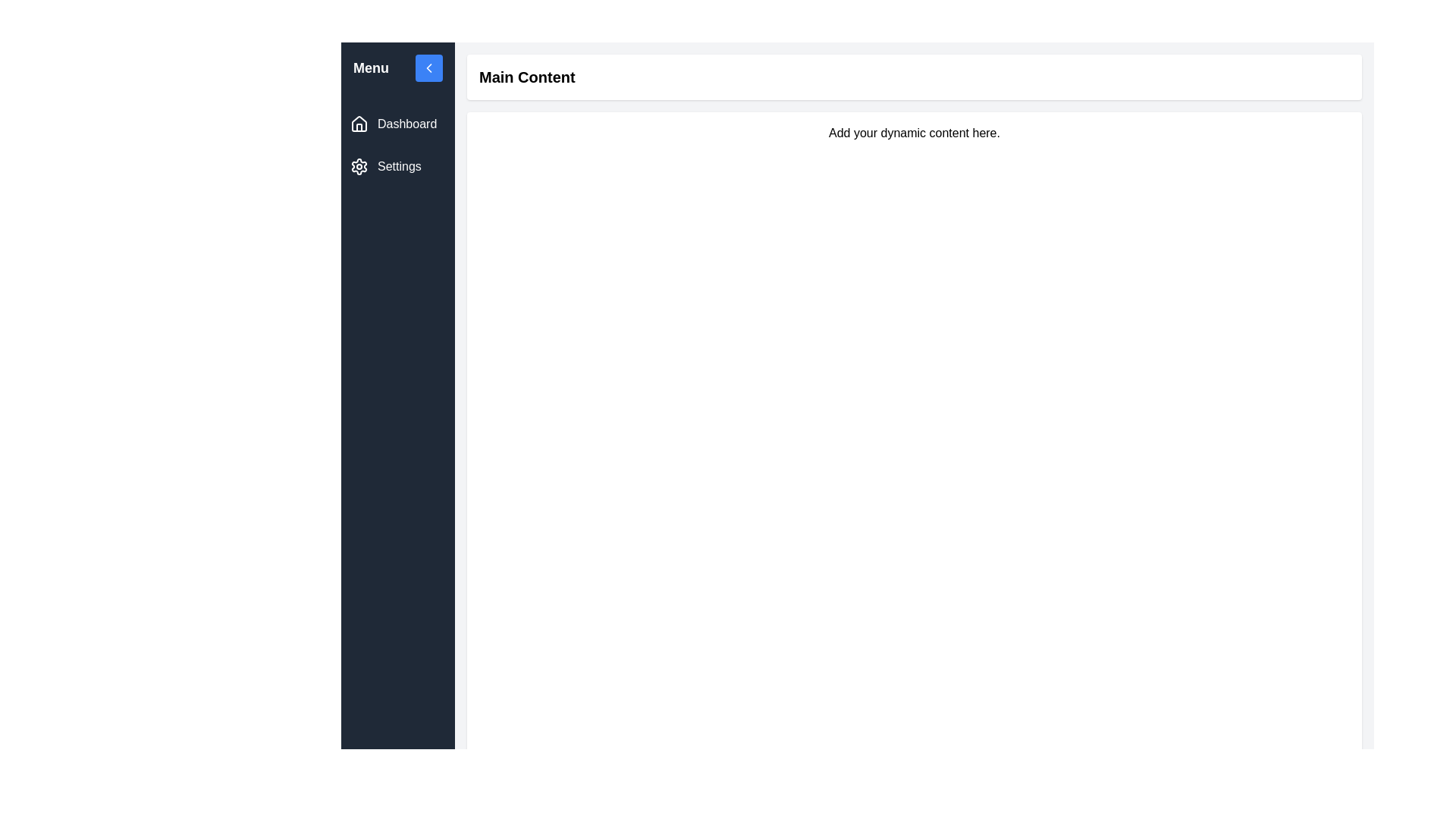  Describe the element at coordinates (359, 166) in the screenshot. I see `the cogwheel icon in the sidebar menu` at that location.